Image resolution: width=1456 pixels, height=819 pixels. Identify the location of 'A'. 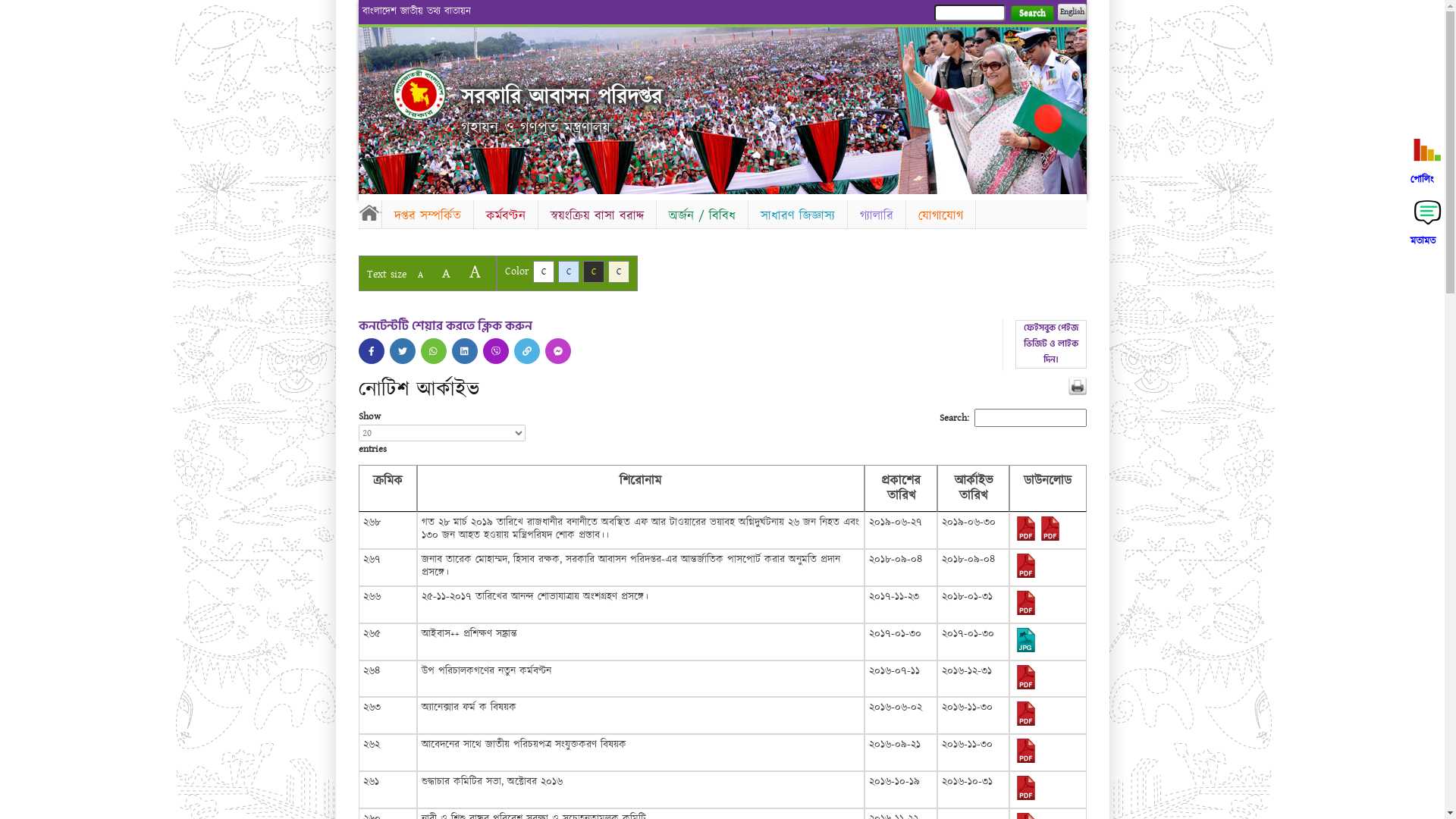
(473, 271).